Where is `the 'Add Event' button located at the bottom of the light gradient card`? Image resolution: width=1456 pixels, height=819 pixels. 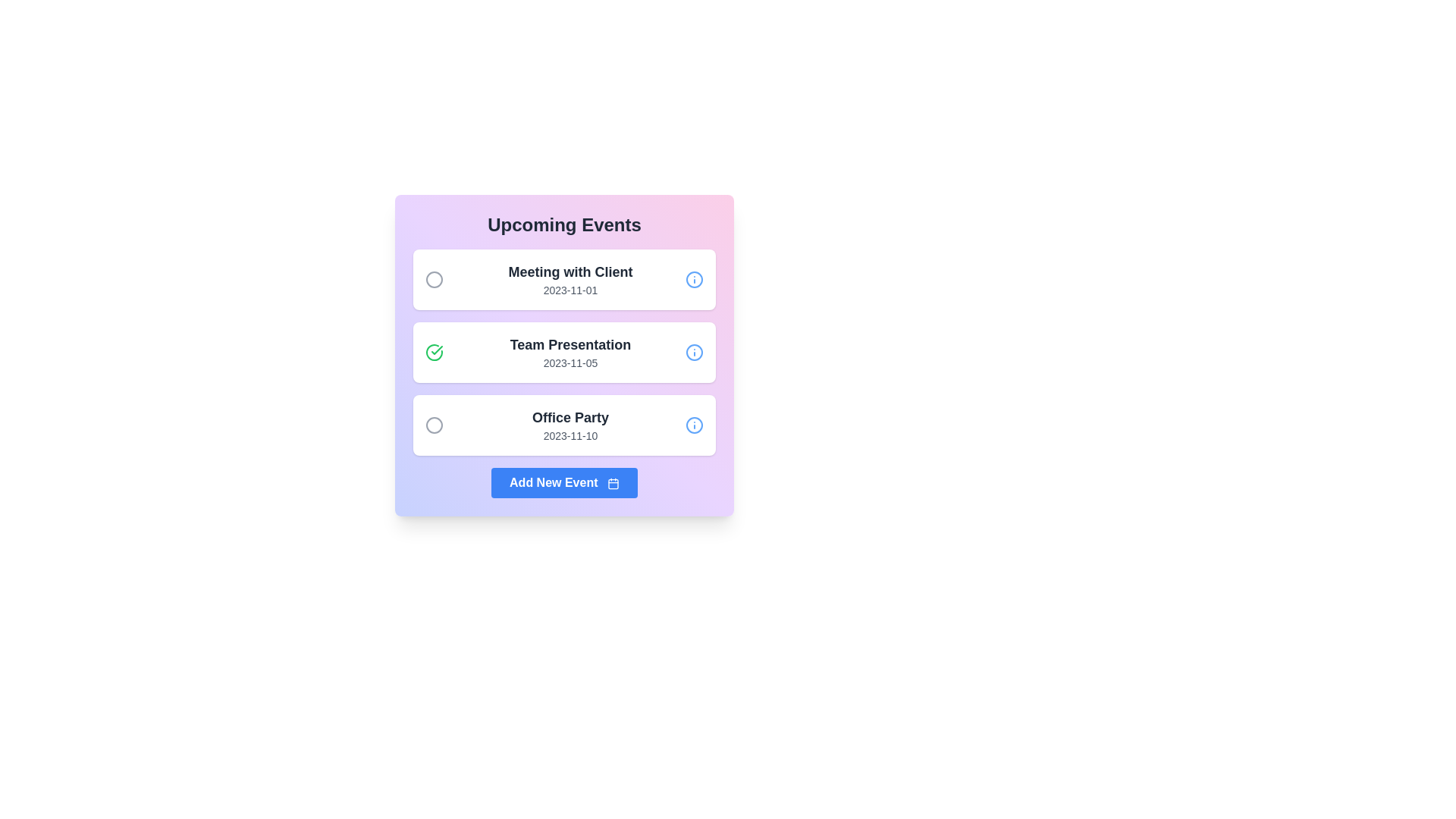
the 'Add Event' button located at the bottom of the light gradient card is located at coordinates (563, 482).